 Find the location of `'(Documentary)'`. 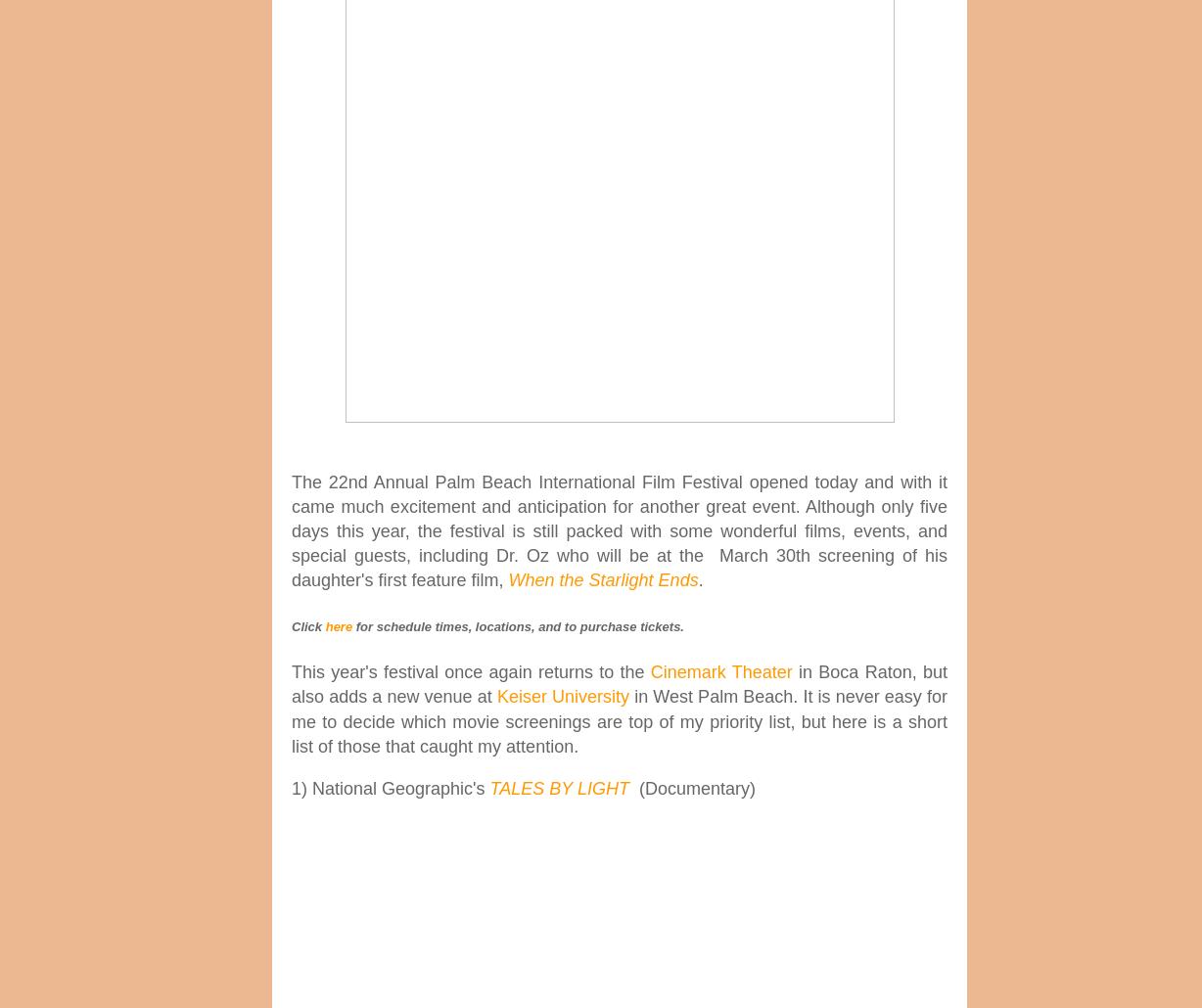

'(Documentary)' is located at coordinates (694, 787).